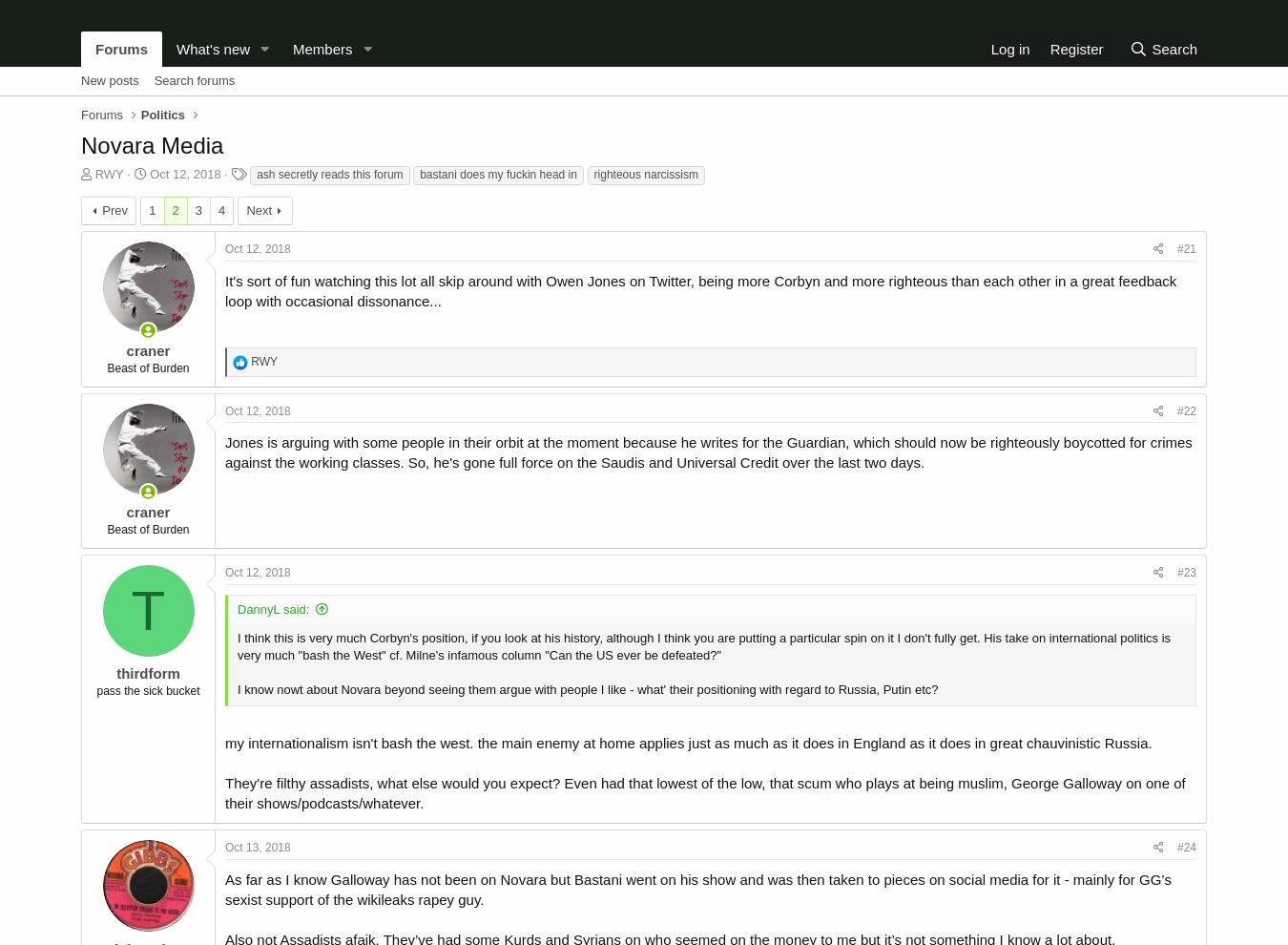  What do you see at coordinates (1186, 248) in the screenshot?
I see `'#21'` at bounding box center [1186, 248].